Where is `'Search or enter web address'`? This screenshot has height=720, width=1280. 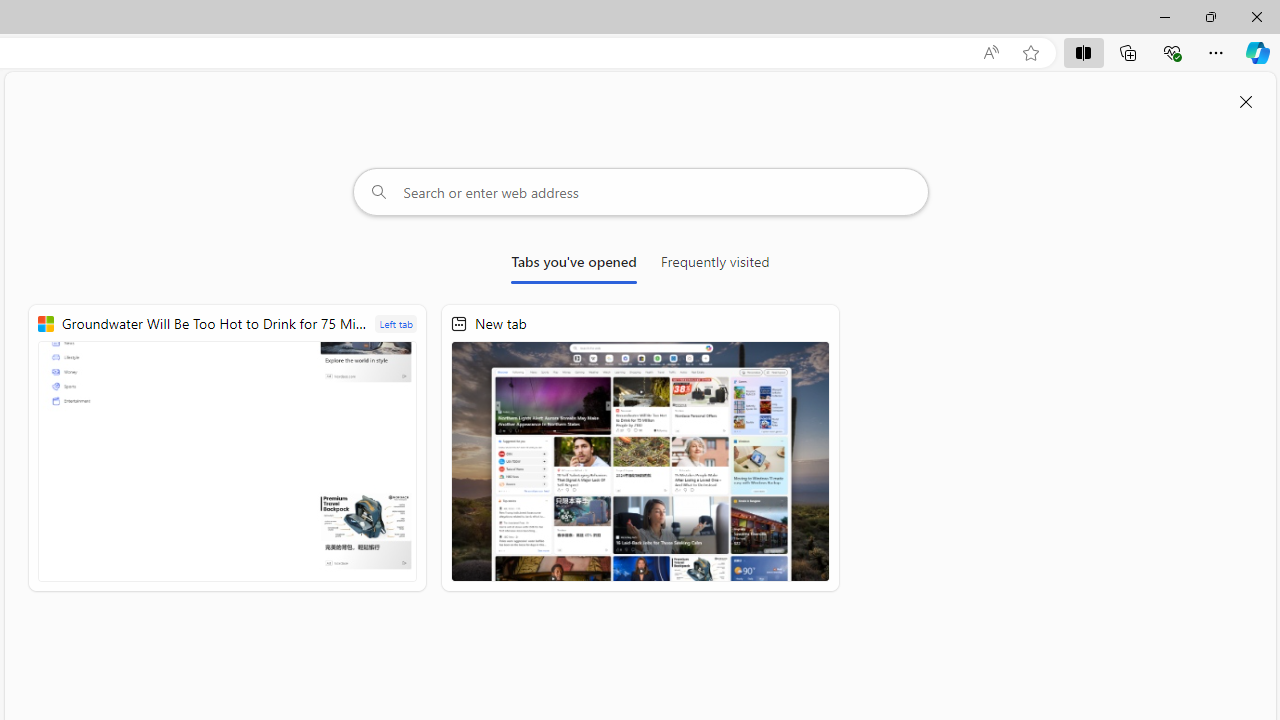
'Search or enter web address' is located at coordinates (640, 191).